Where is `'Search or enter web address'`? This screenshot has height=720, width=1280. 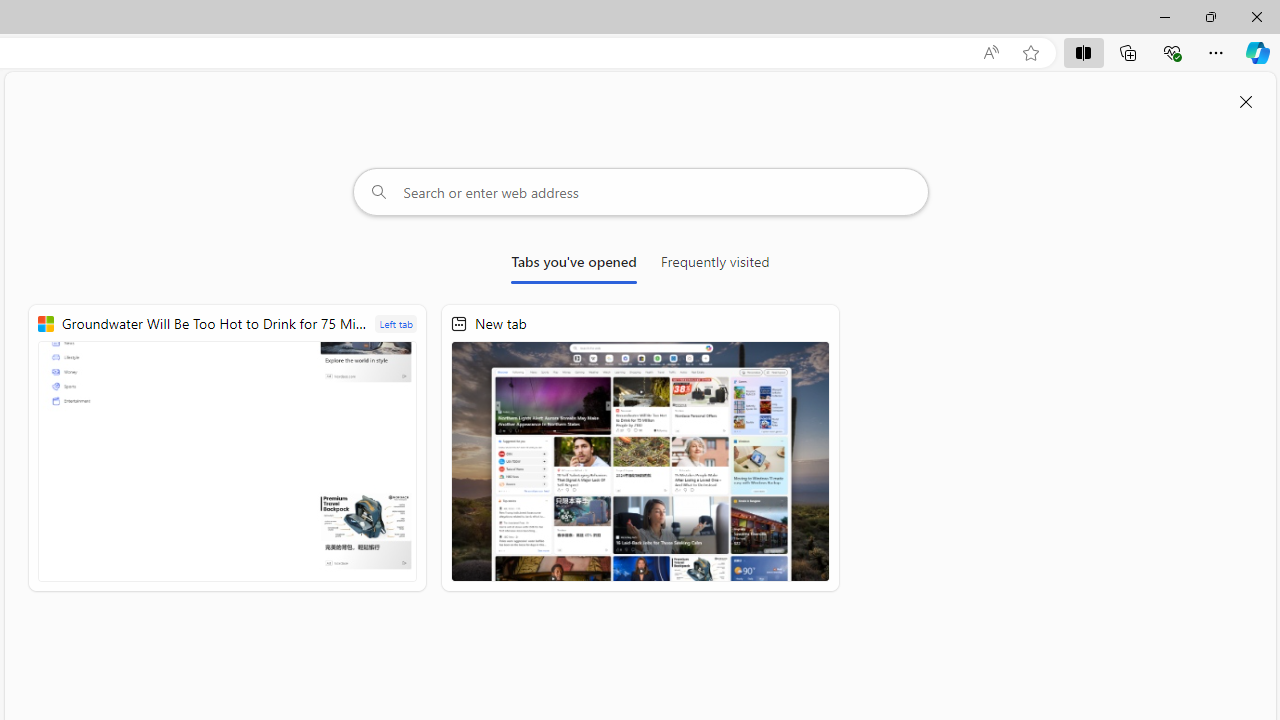
'Search or enter web address' is located at coordinates (640, 191).